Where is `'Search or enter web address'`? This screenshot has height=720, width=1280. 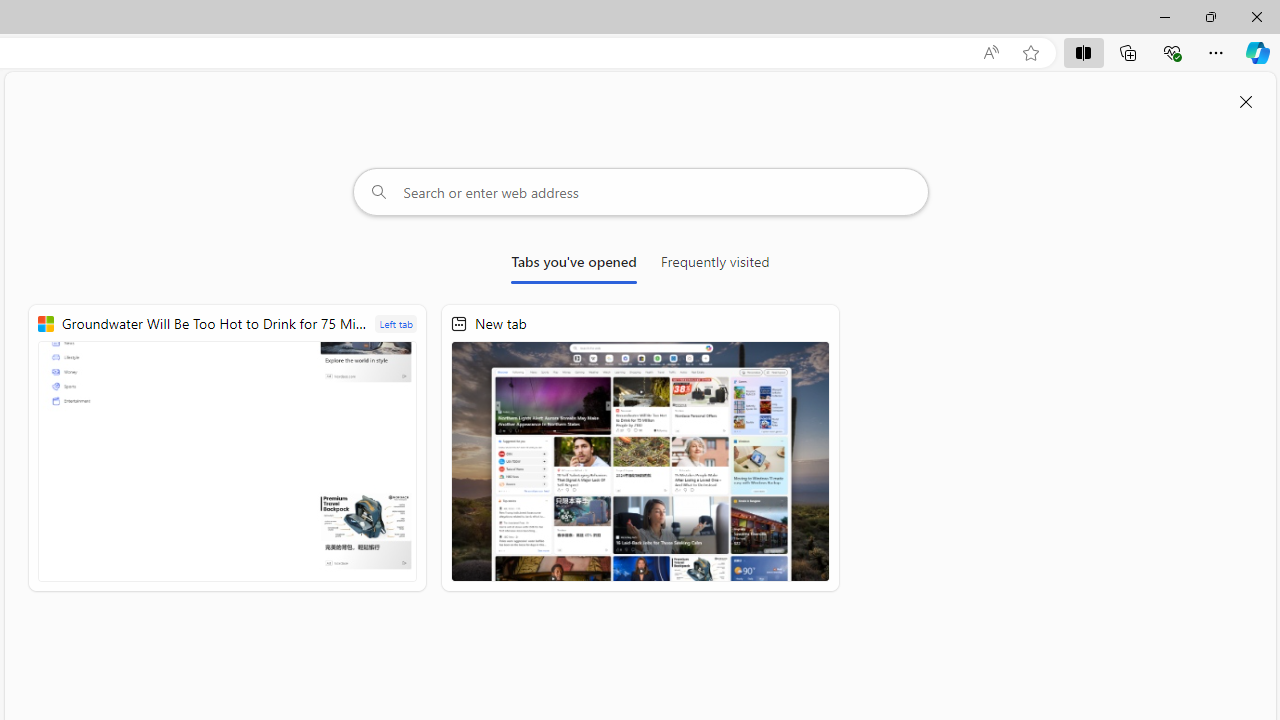
'Search or enter web address' is located at coordinates (640, 191).